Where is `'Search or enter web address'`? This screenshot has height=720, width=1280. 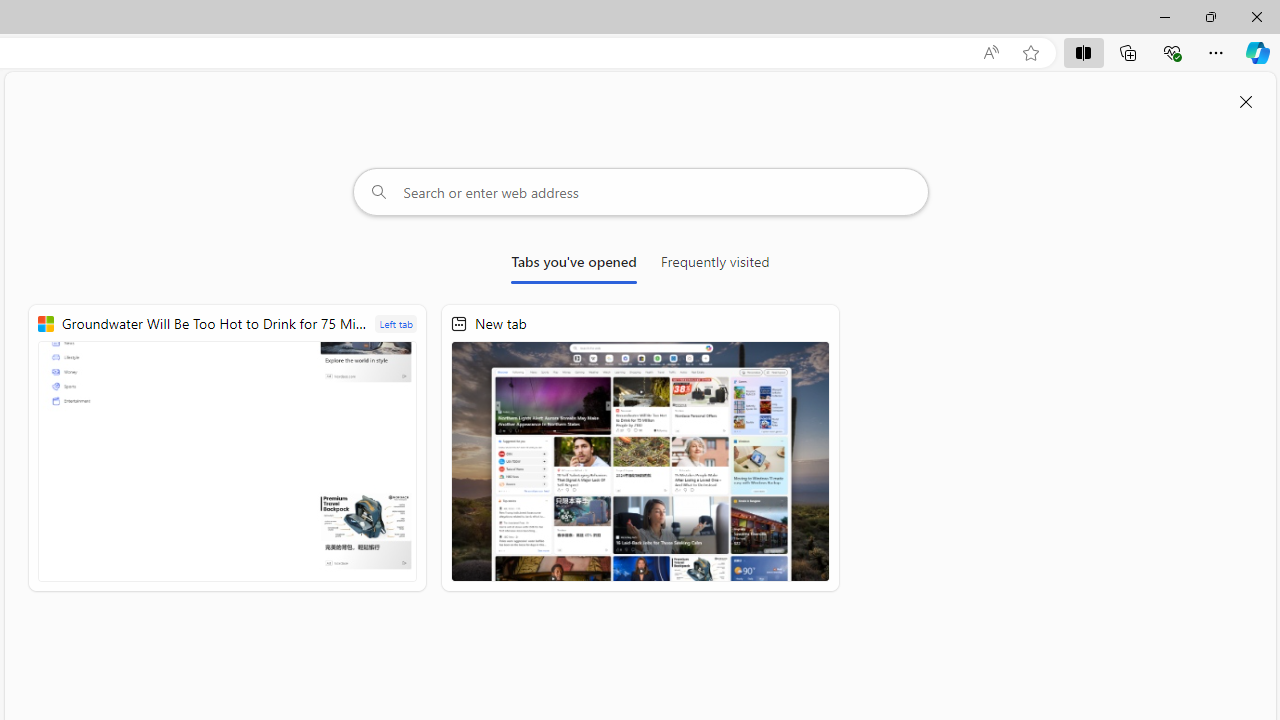
'Search or enter web address' is located at coordinates (640, 191).